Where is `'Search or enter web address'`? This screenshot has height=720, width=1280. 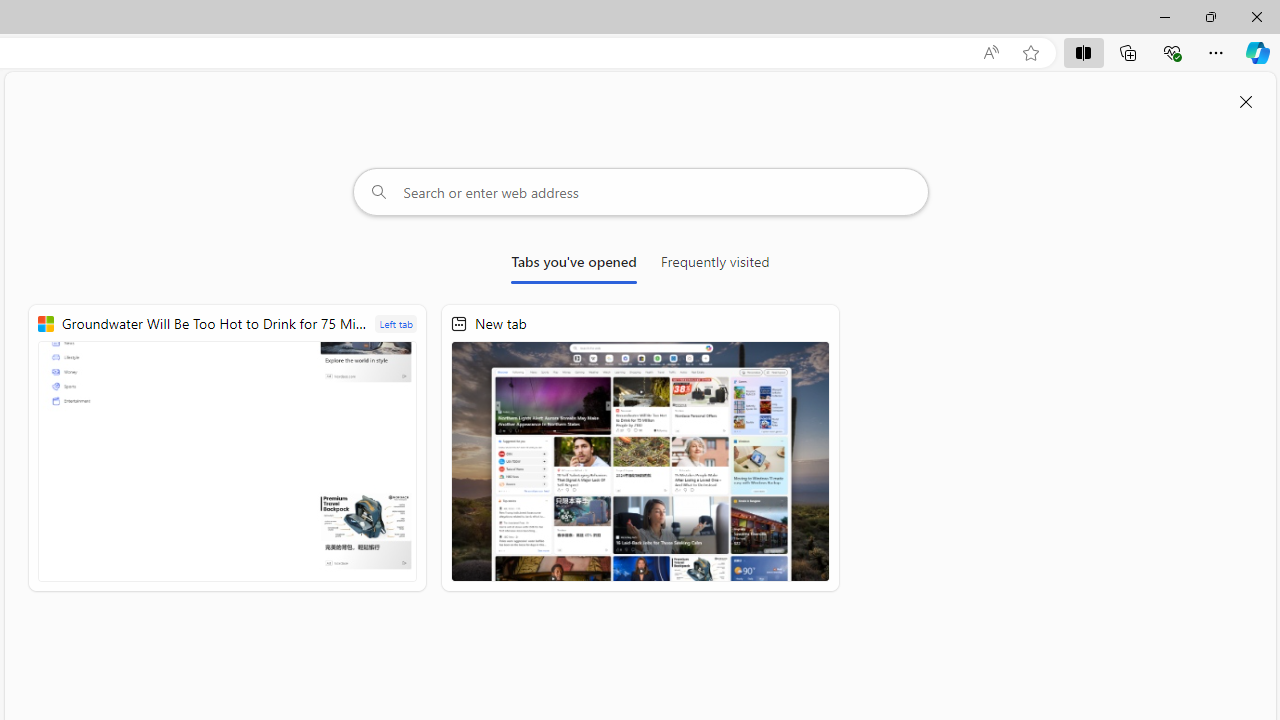
'Search or enter web address' is located at coordinates (640, 191).